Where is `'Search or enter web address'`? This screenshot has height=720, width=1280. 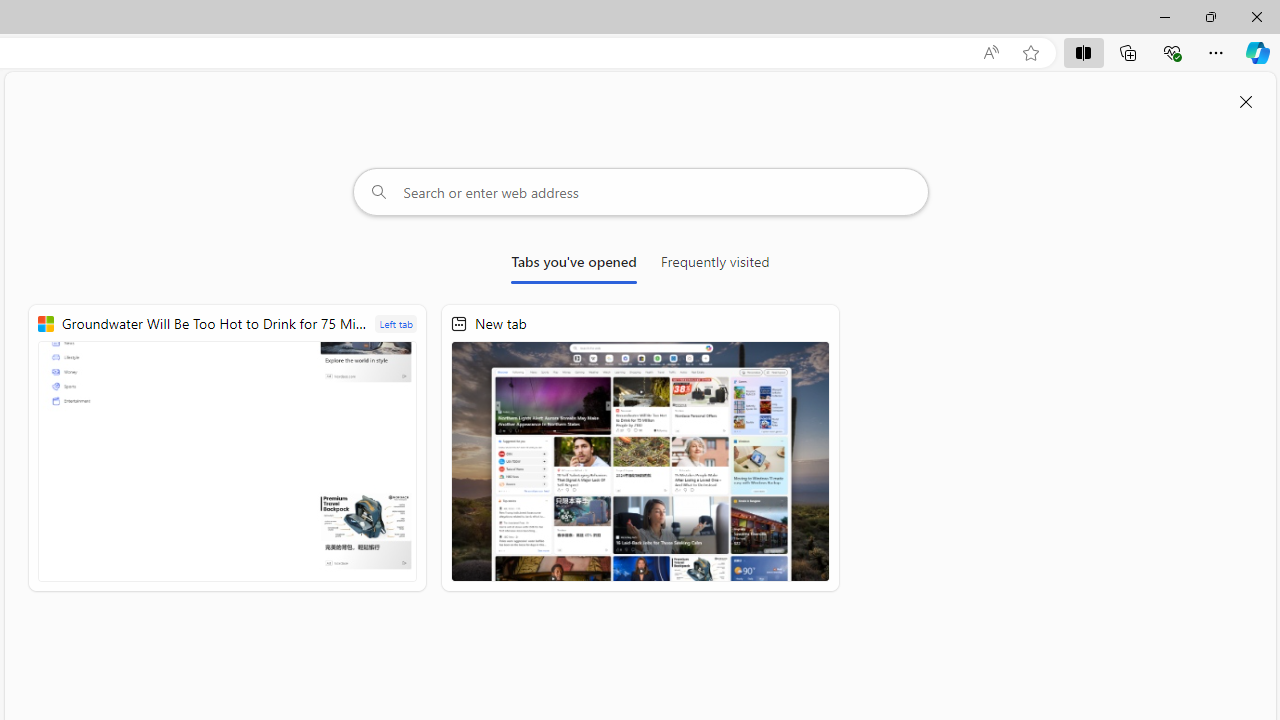
'Search or enter web address' is located at coordinates (640, 191).